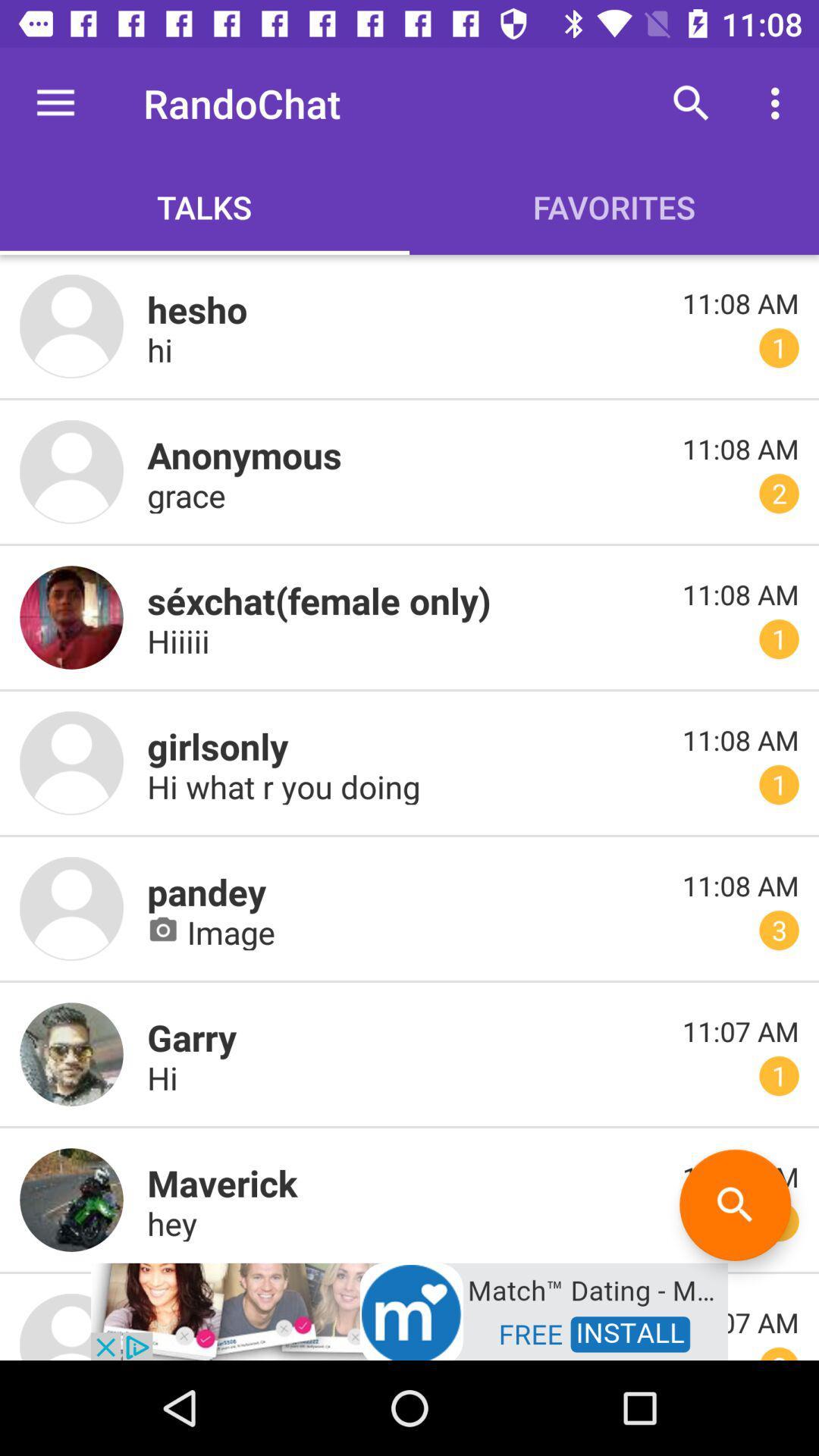 The width and height of the screenshot is (819, 1456). Describe the element at coordinates (734, 1204) in the screenshot. I see `the search icon` at that location.